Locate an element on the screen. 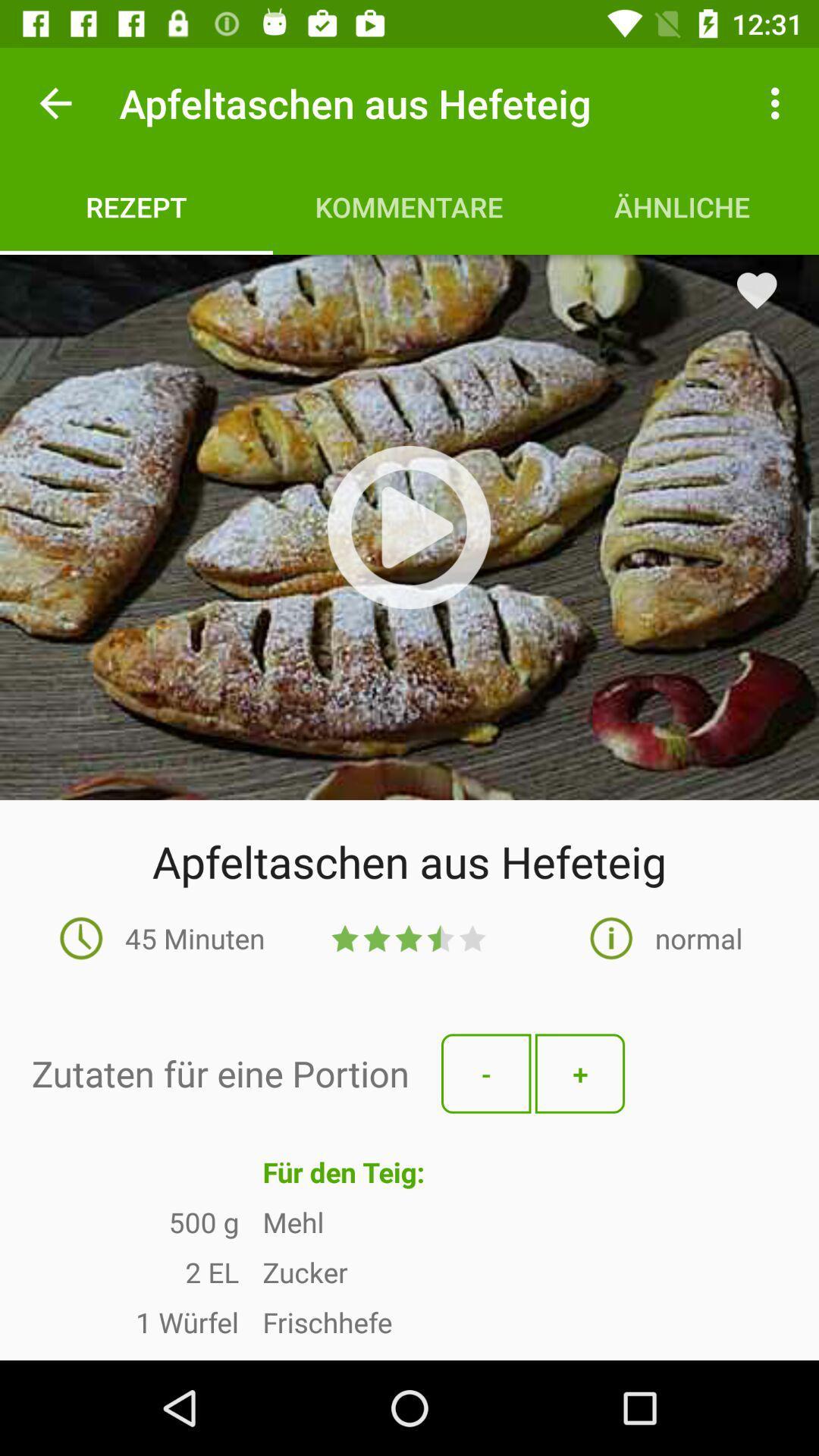 This screenshot has height=1456, width=819. colou pinter is located at coordinates (409, 527).